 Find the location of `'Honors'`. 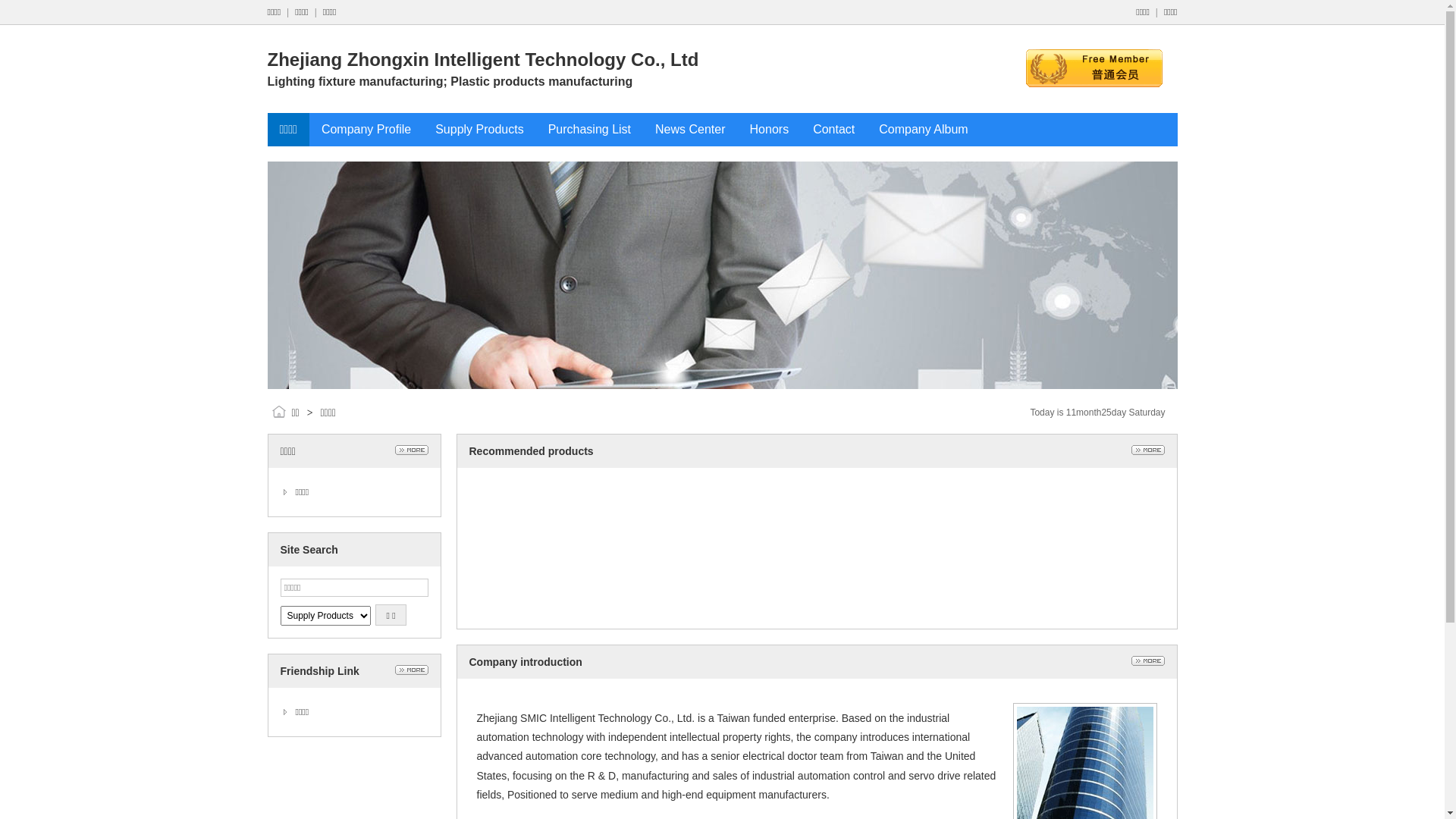

'Honors' is located at coordinates (769, 128).